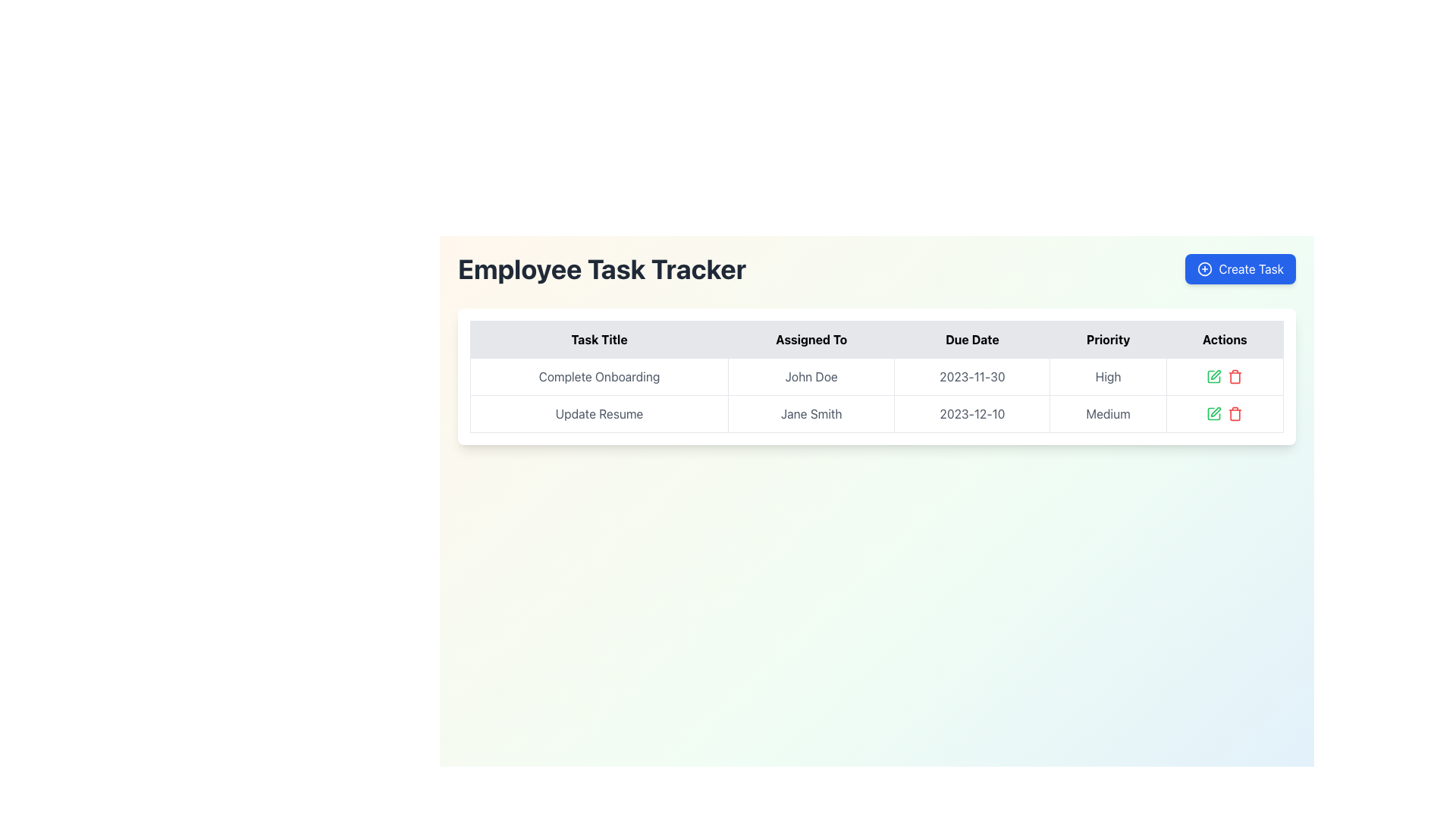 The width and height of the screenshot is (1456, 819). What do you see at coordinates (1225, 338) in the screenshot?
I see `the fifth column header in the table, which indicates task-related actions and is positioned to the right of the 'Priority' column` at bounding box center [1225, 338].